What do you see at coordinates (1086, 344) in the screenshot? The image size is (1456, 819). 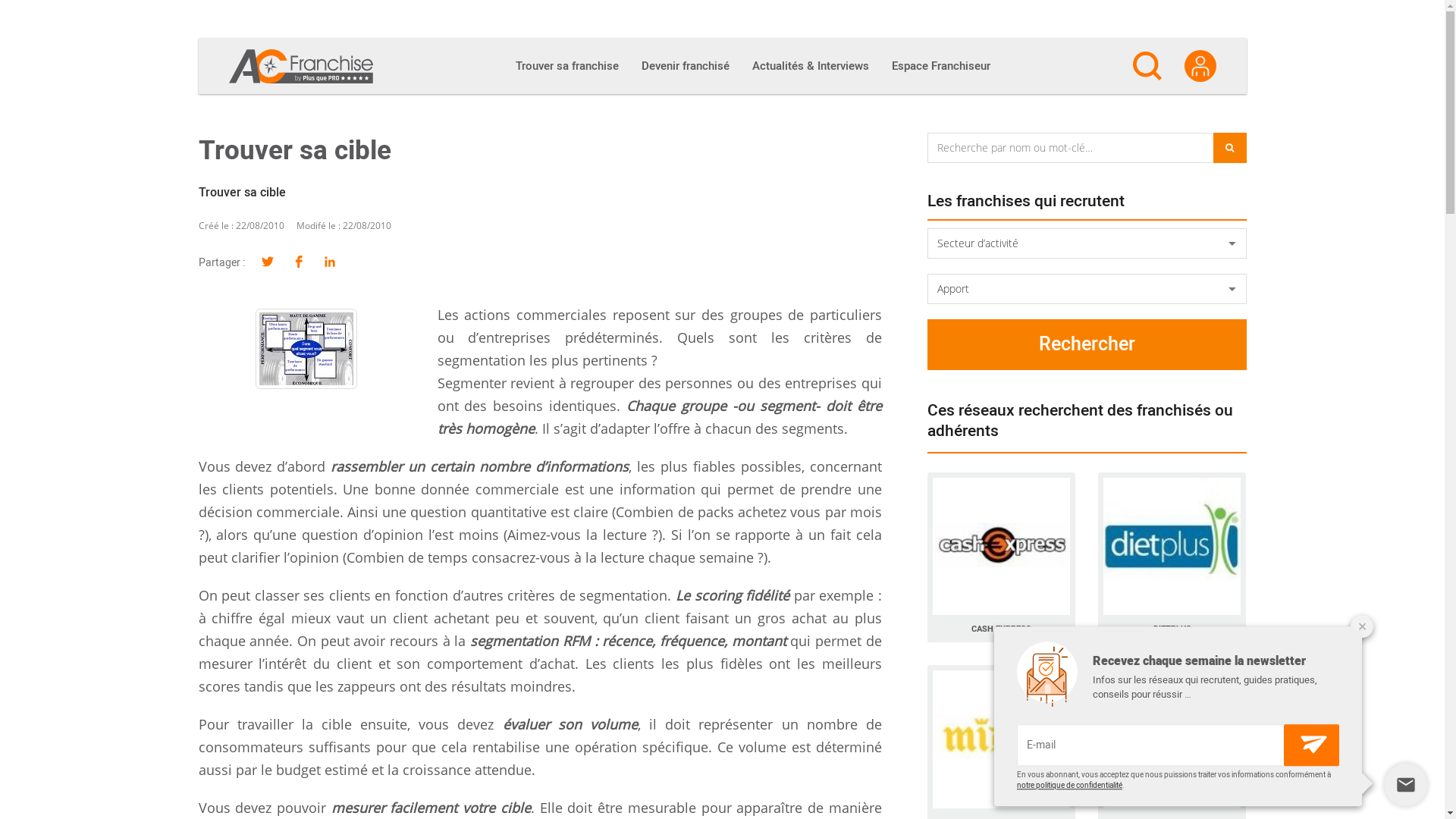 I see `'Rechercher'` at bounding box center [1086, 344].